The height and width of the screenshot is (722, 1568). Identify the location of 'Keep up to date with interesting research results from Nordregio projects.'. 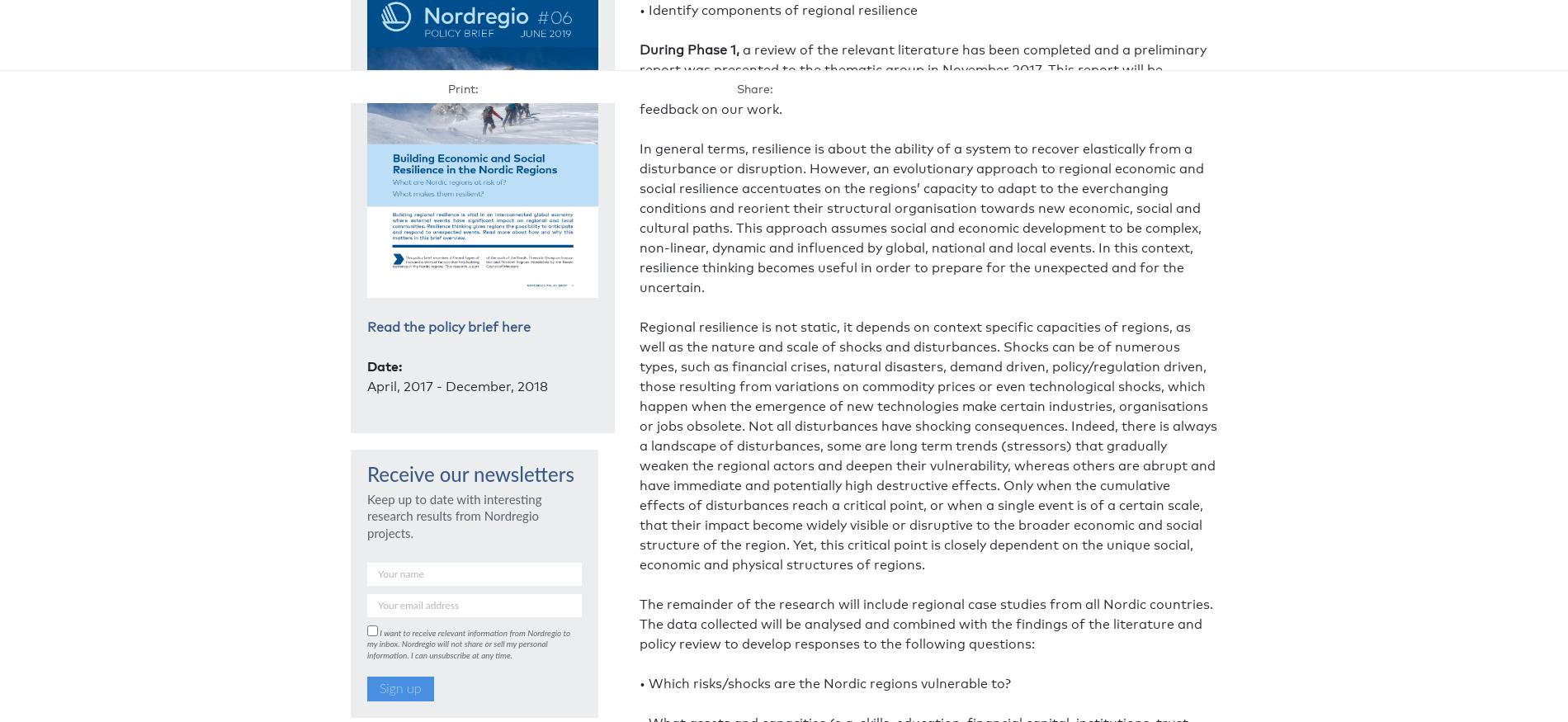
(454, 516).